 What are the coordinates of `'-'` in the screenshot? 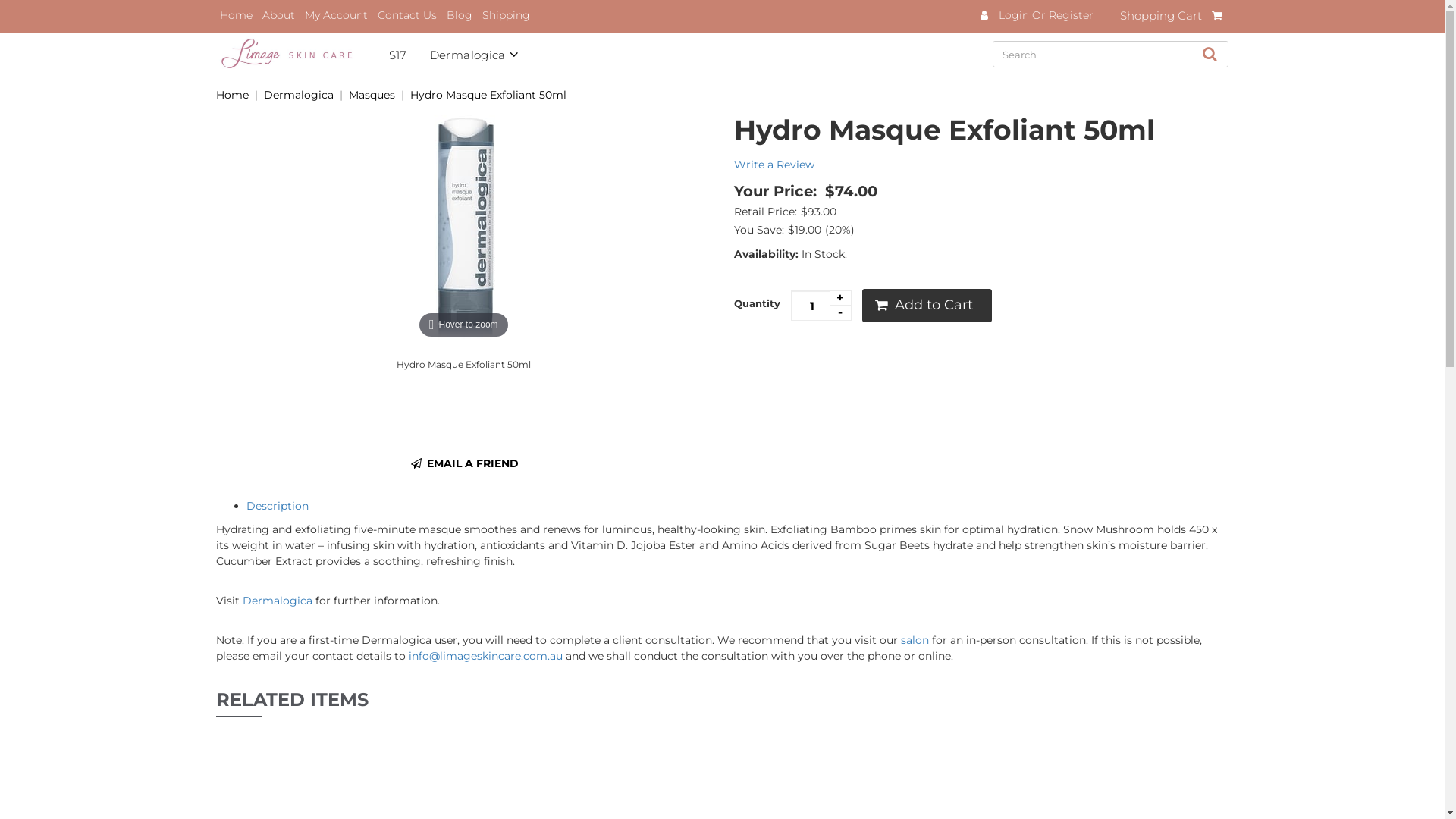 It's located at (839, 312).